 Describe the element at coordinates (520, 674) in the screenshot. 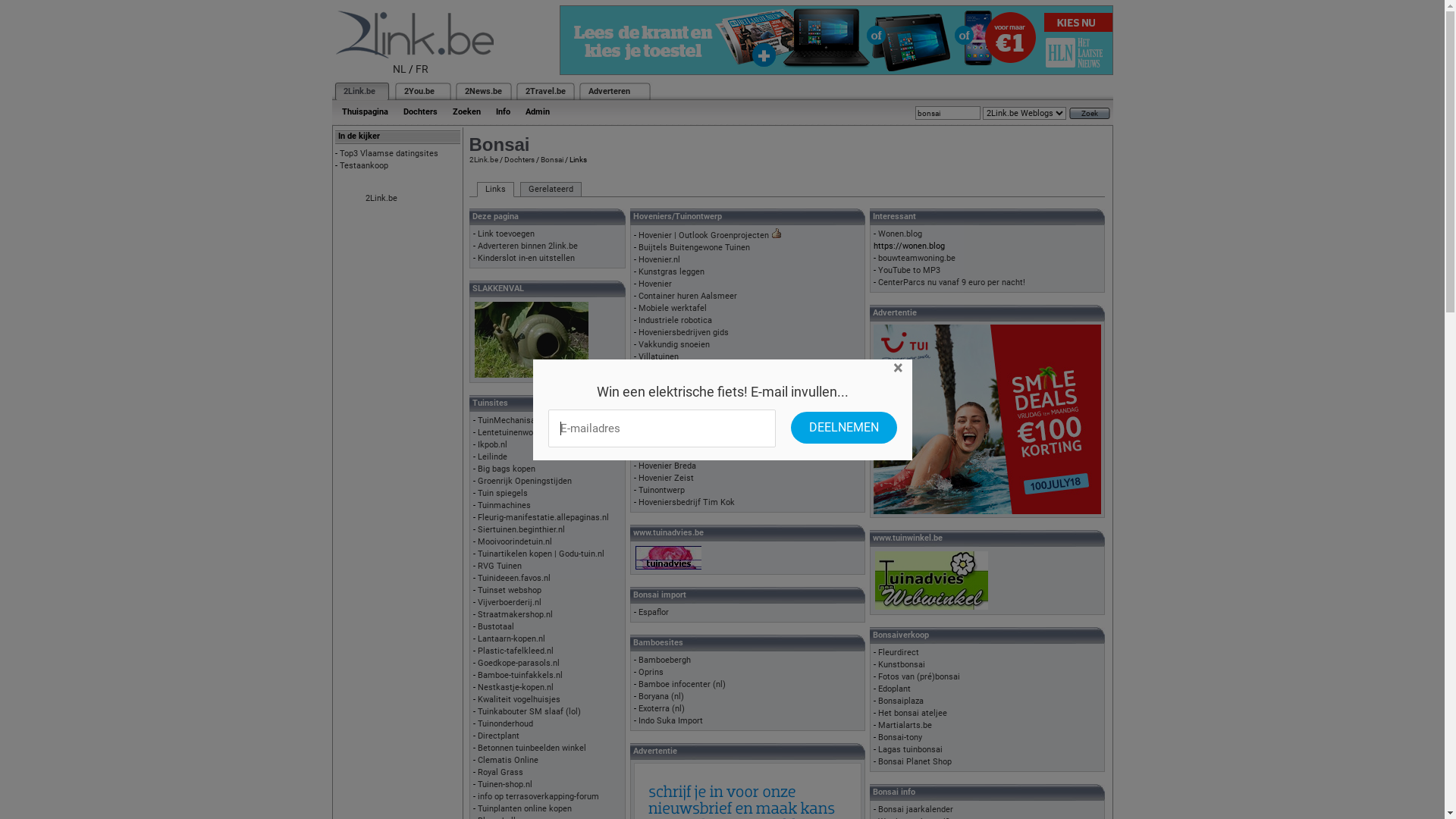

I see `'Bamboe-tuinfakkels.nl'` at that location.